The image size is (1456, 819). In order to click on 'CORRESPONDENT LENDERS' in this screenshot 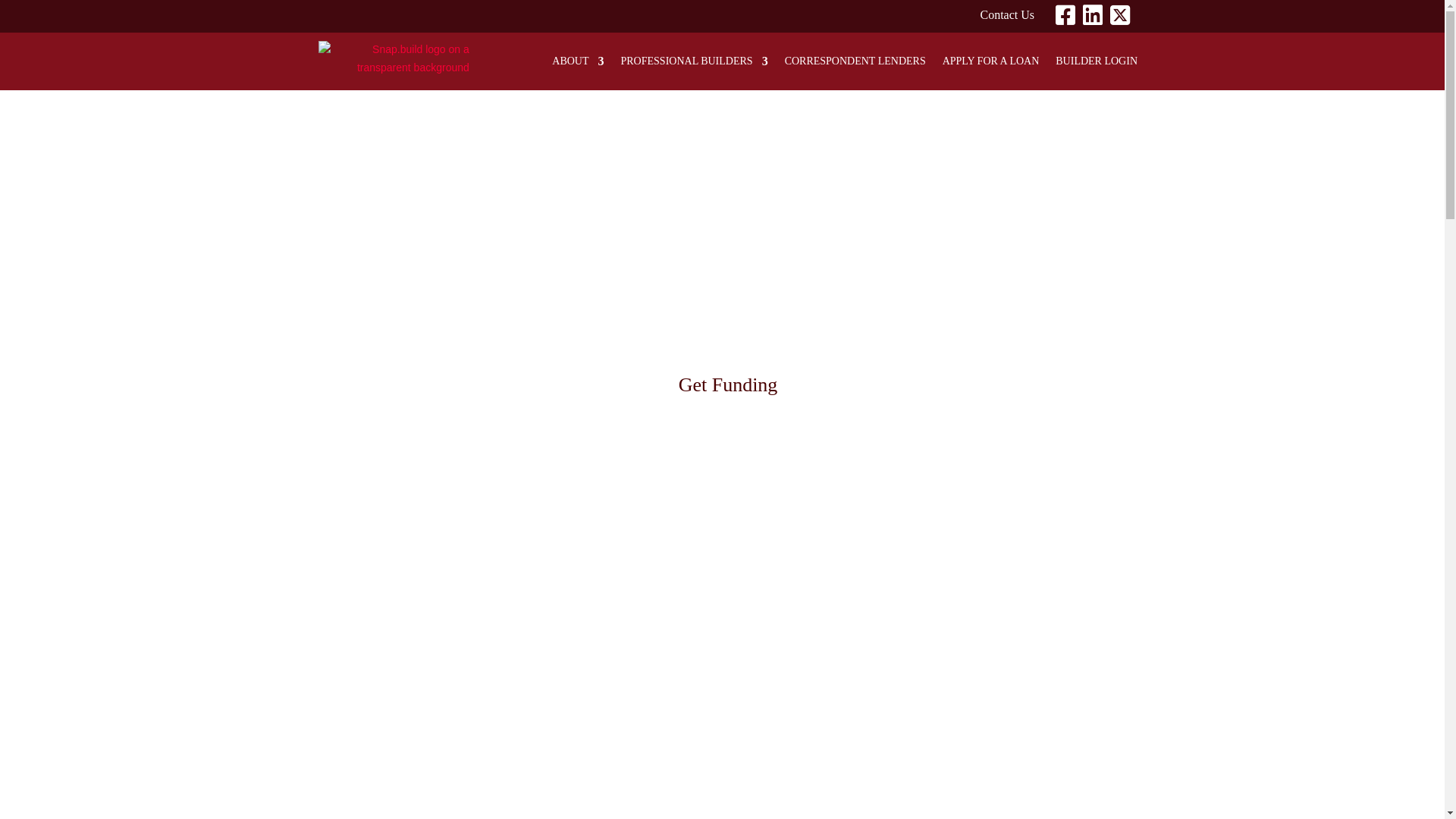, I will do `click(855, 61)`.